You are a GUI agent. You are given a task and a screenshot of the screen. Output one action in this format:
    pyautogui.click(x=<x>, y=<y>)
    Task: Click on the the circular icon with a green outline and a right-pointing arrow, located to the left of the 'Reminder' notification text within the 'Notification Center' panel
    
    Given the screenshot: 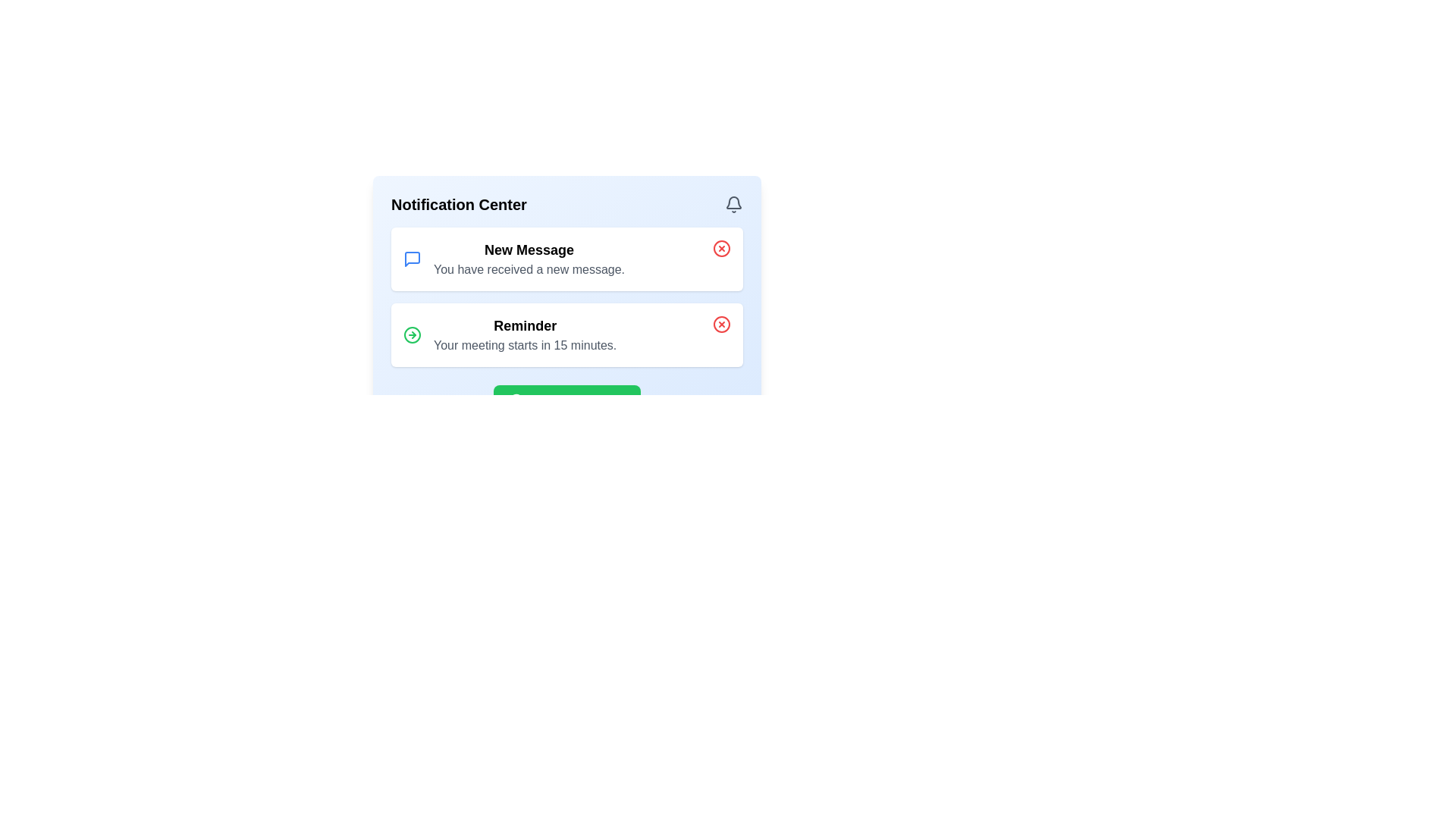 What is the action you would take?
    pyautogui.click(x=412, y=334)
    